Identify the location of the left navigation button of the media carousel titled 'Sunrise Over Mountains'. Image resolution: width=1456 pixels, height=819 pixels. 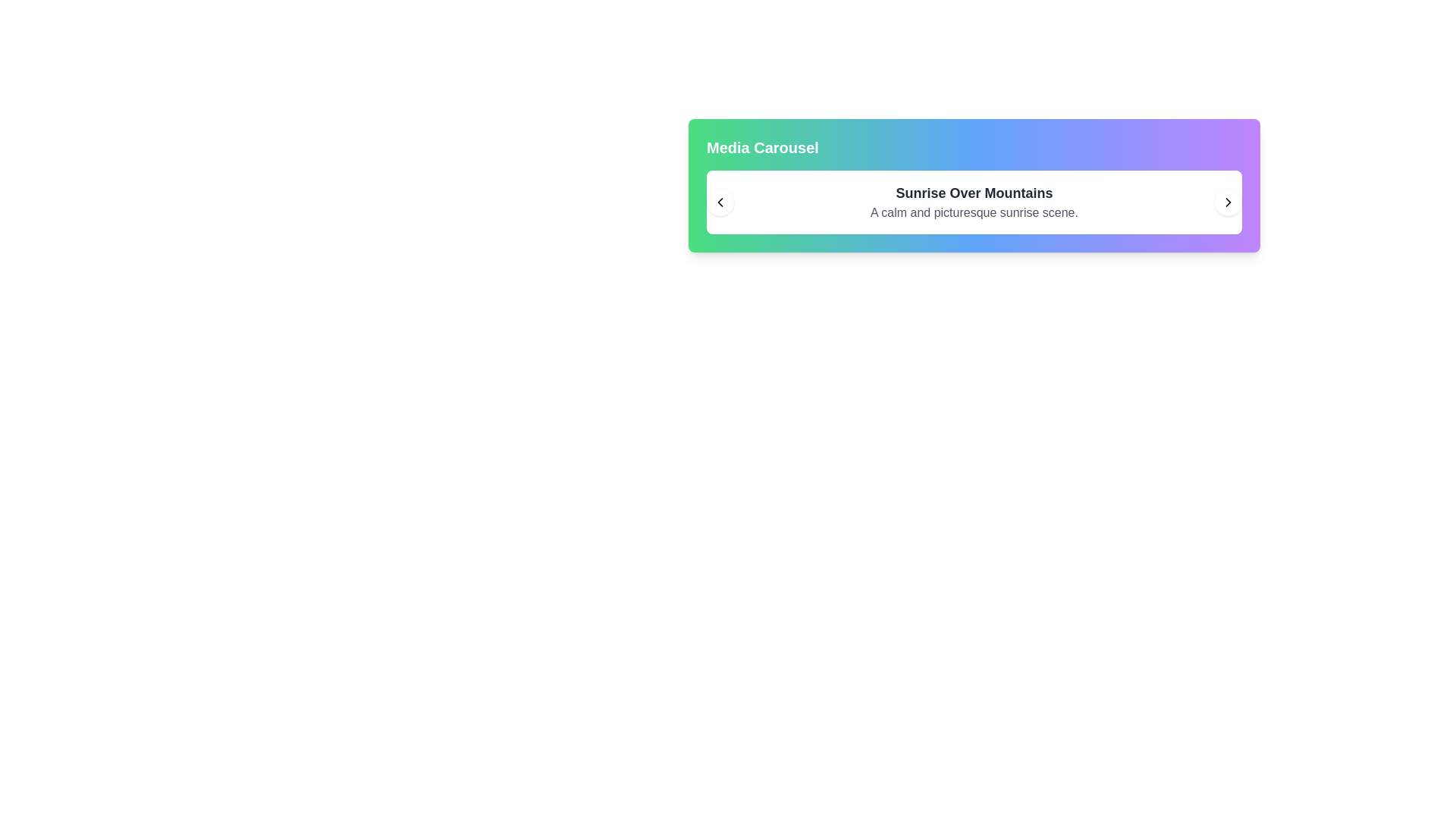
(720, 201).